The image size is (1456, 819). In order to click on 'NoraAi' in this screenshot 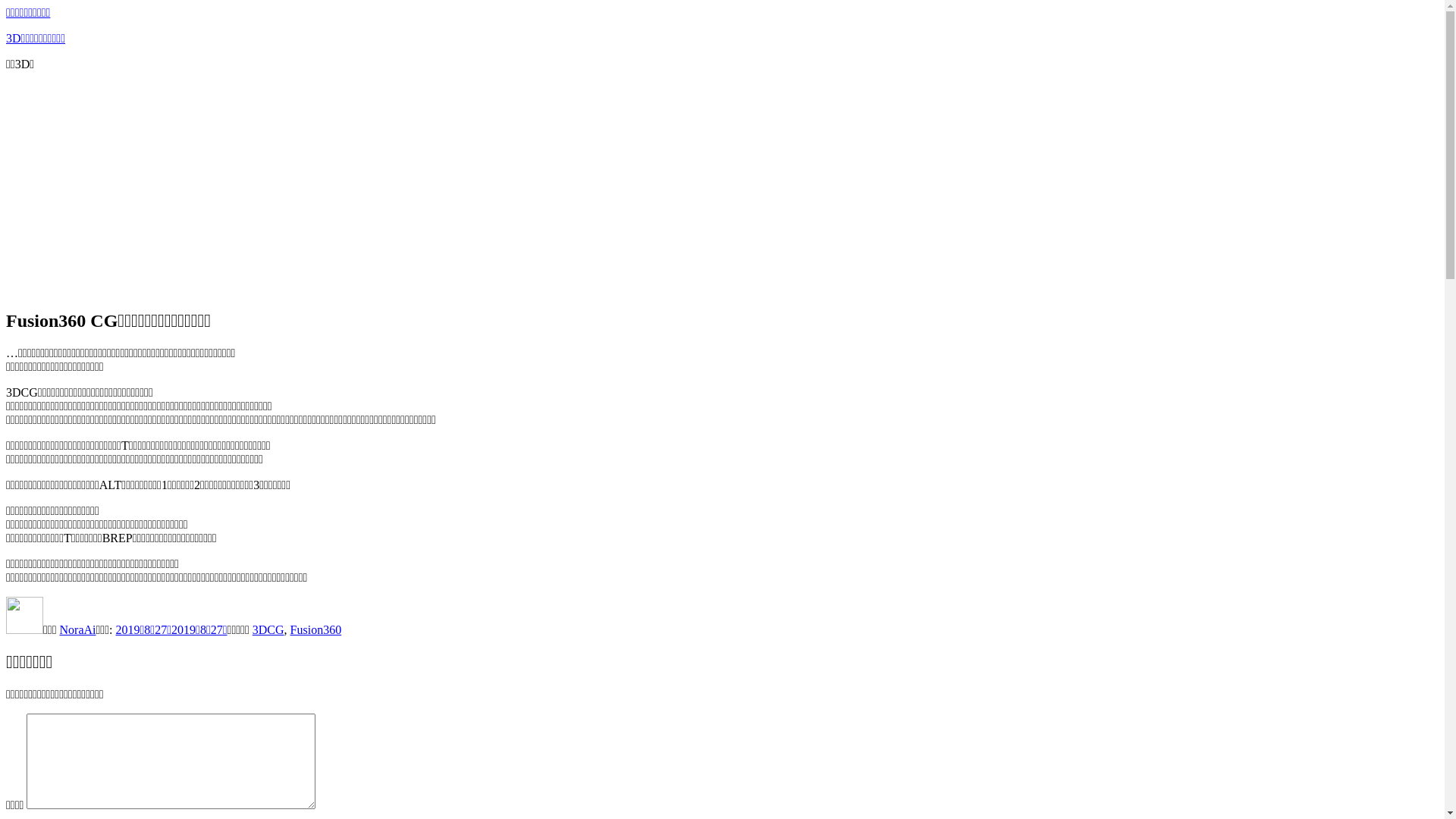, I will do `click(77, 629)`.